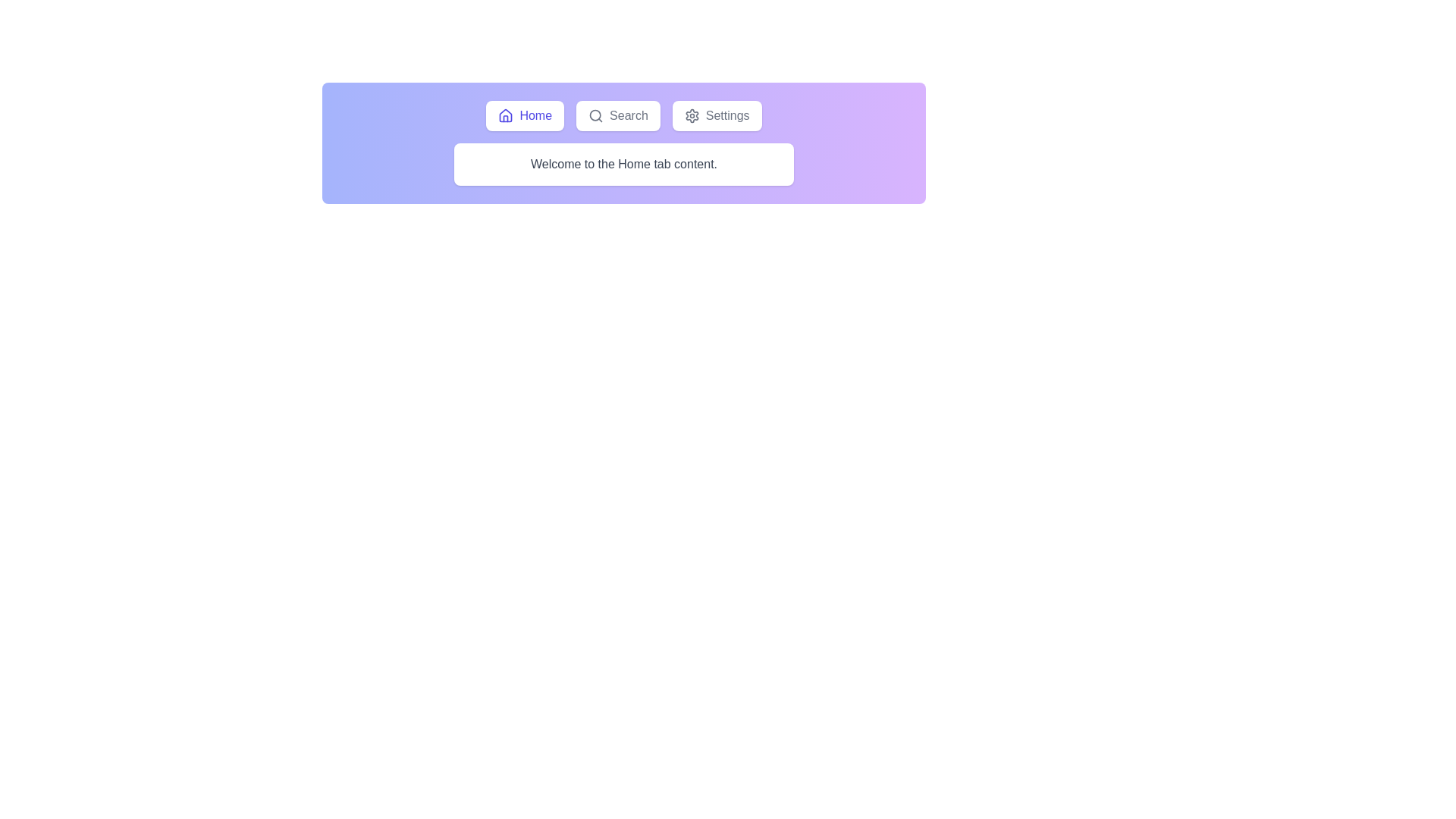 The height and width of the screenshot is (819, 1456). I want to click on the text label displaying 'Welcome to the Home tab content.' which is centered within a white rectangular box below the navigation bar, so click(623, 164).